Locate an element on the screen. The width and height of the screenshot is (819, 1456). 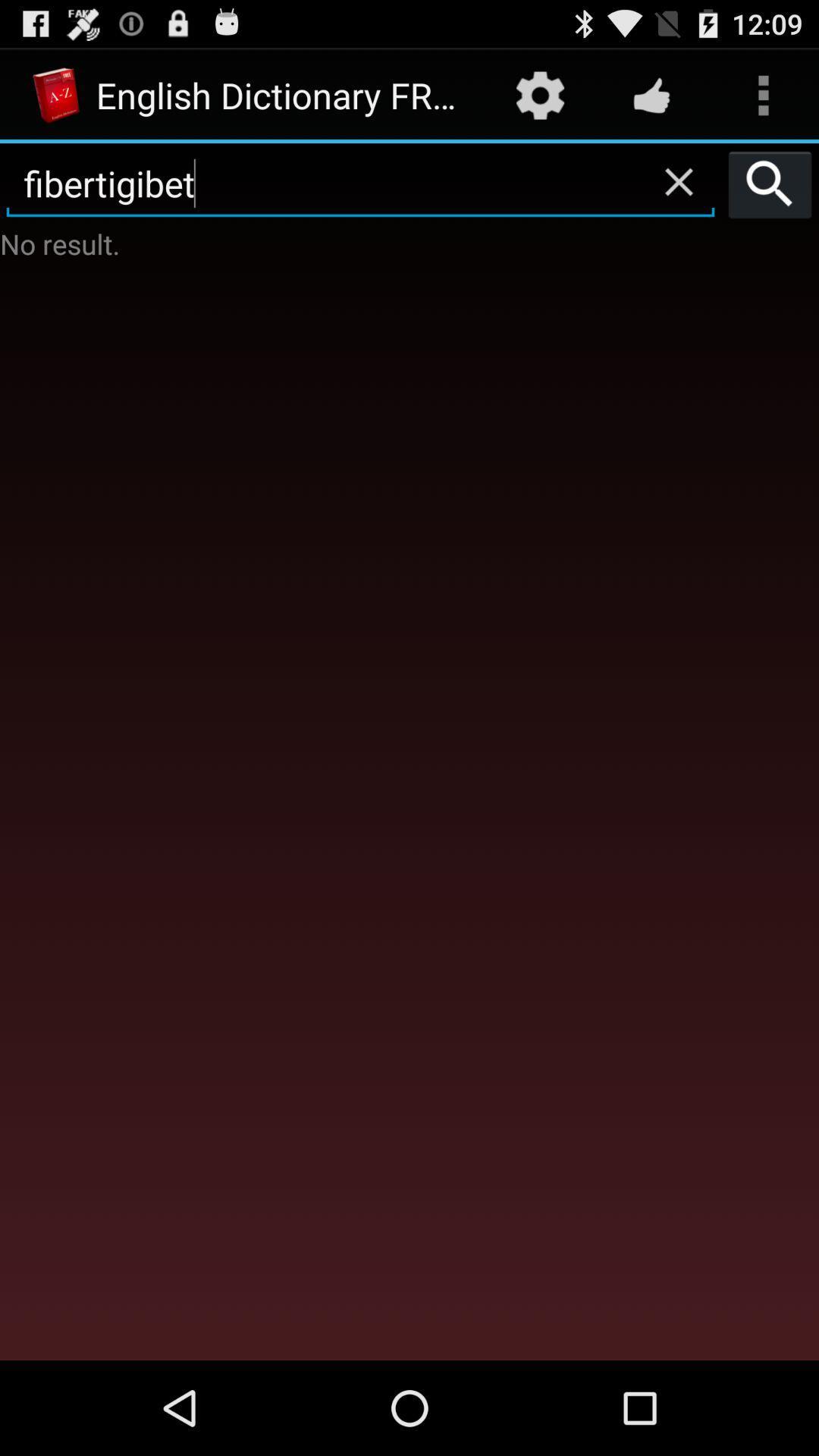
the close icon is located at coordinates (678, 193).